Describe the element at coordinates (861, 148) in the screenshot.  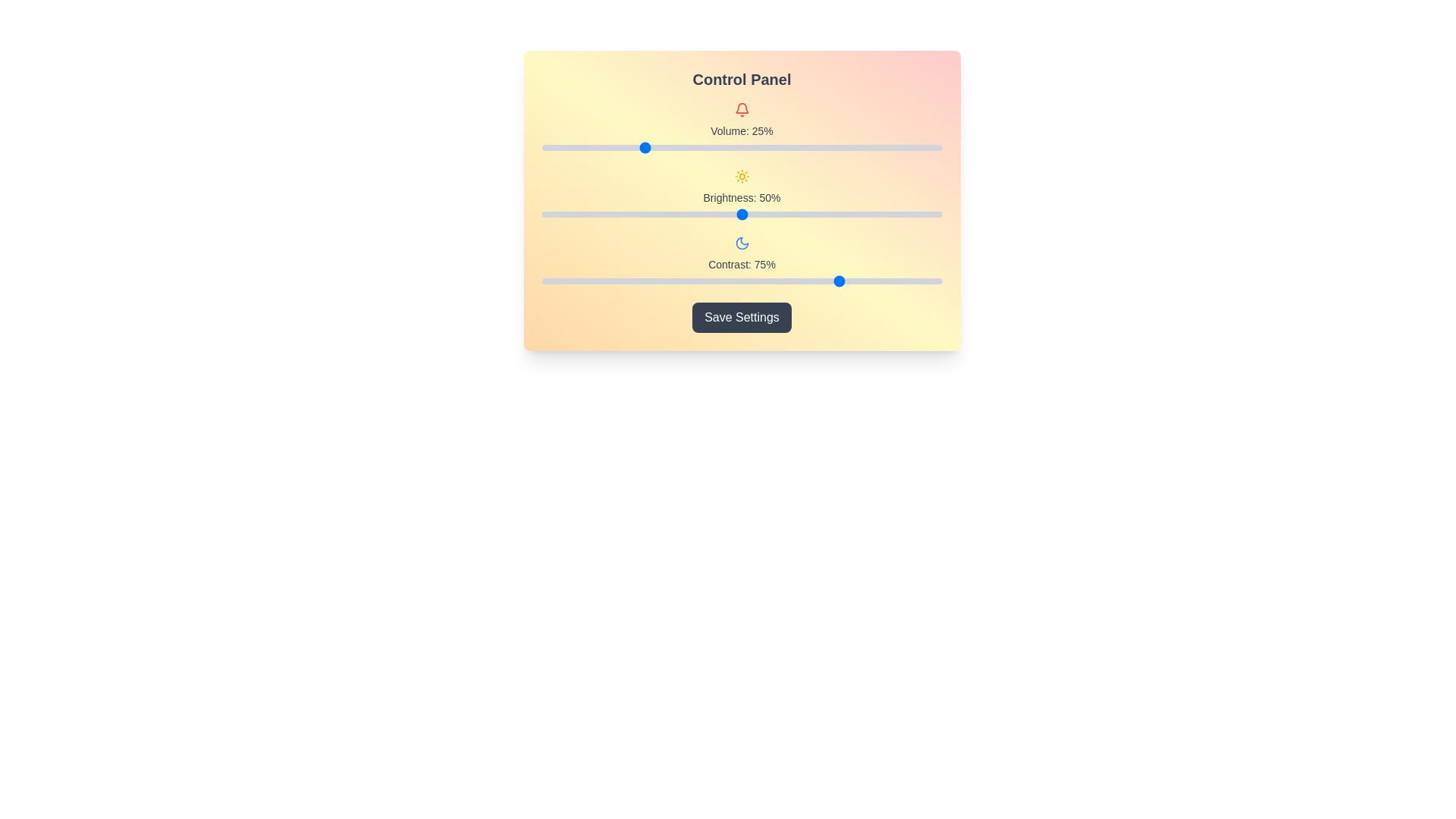
I see `the volume` at that location.